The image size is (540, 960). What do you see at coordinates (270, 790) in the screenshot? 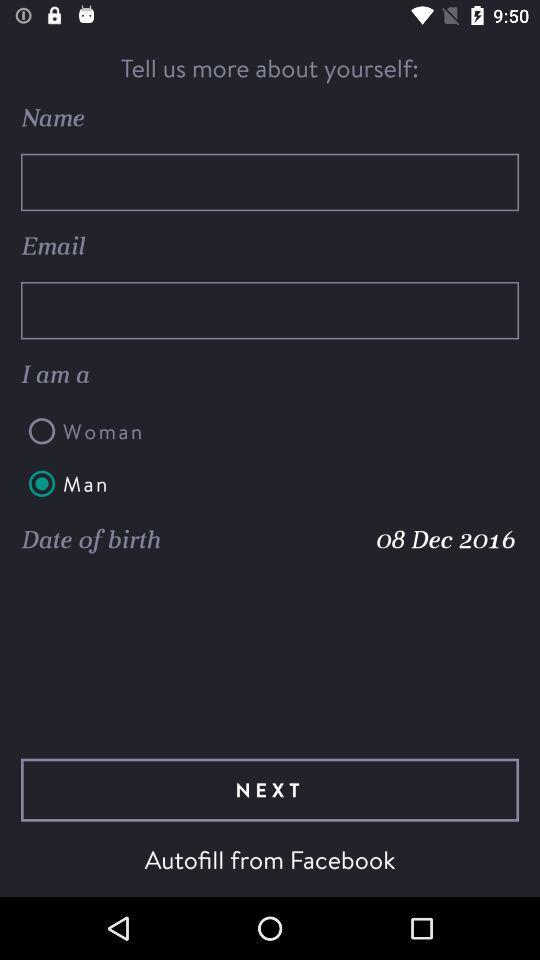
I see `the icon below date of birth item` at bounding box center [270, 790].